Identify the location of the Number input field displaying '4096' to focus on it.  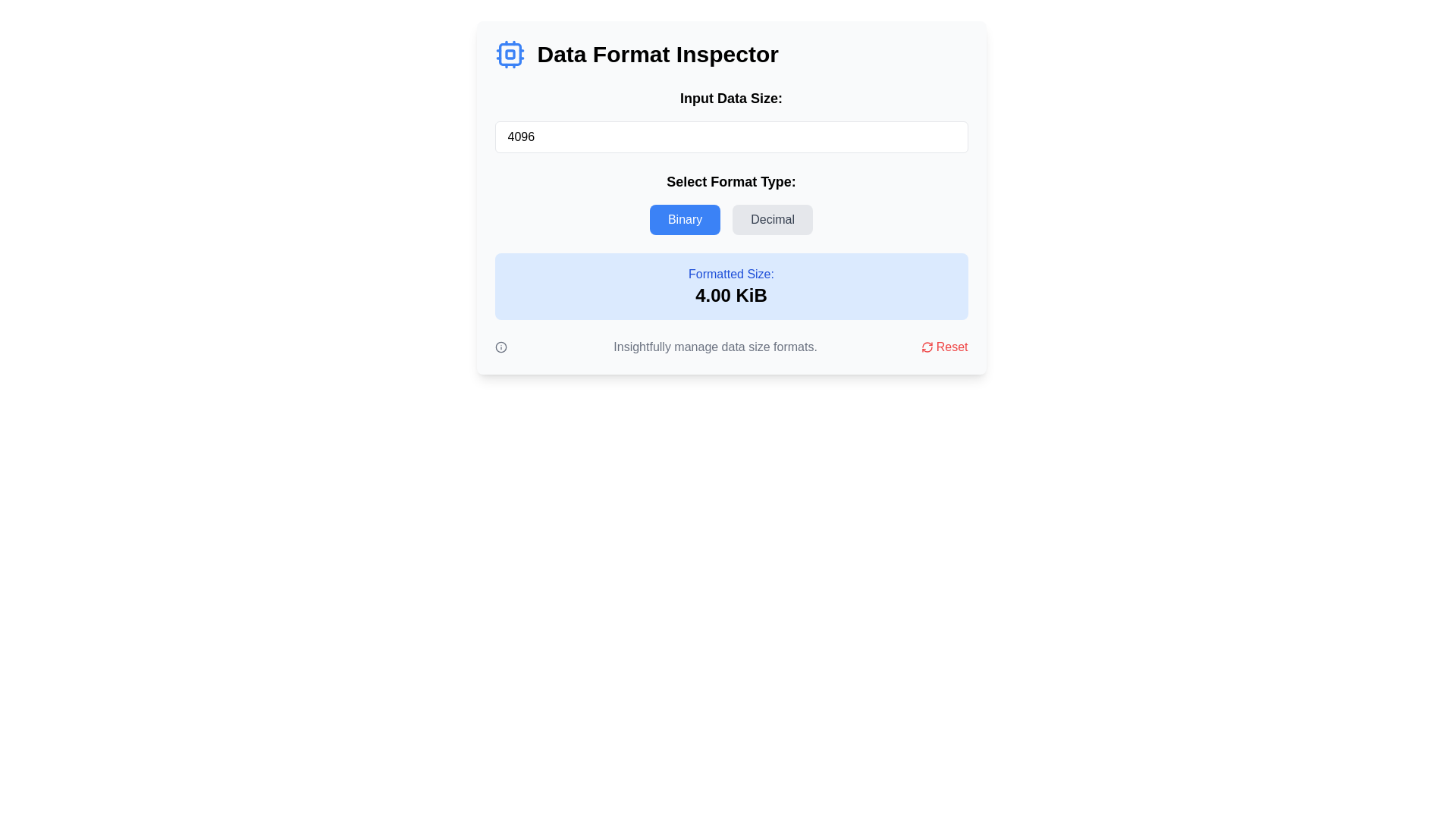
(731, 137).